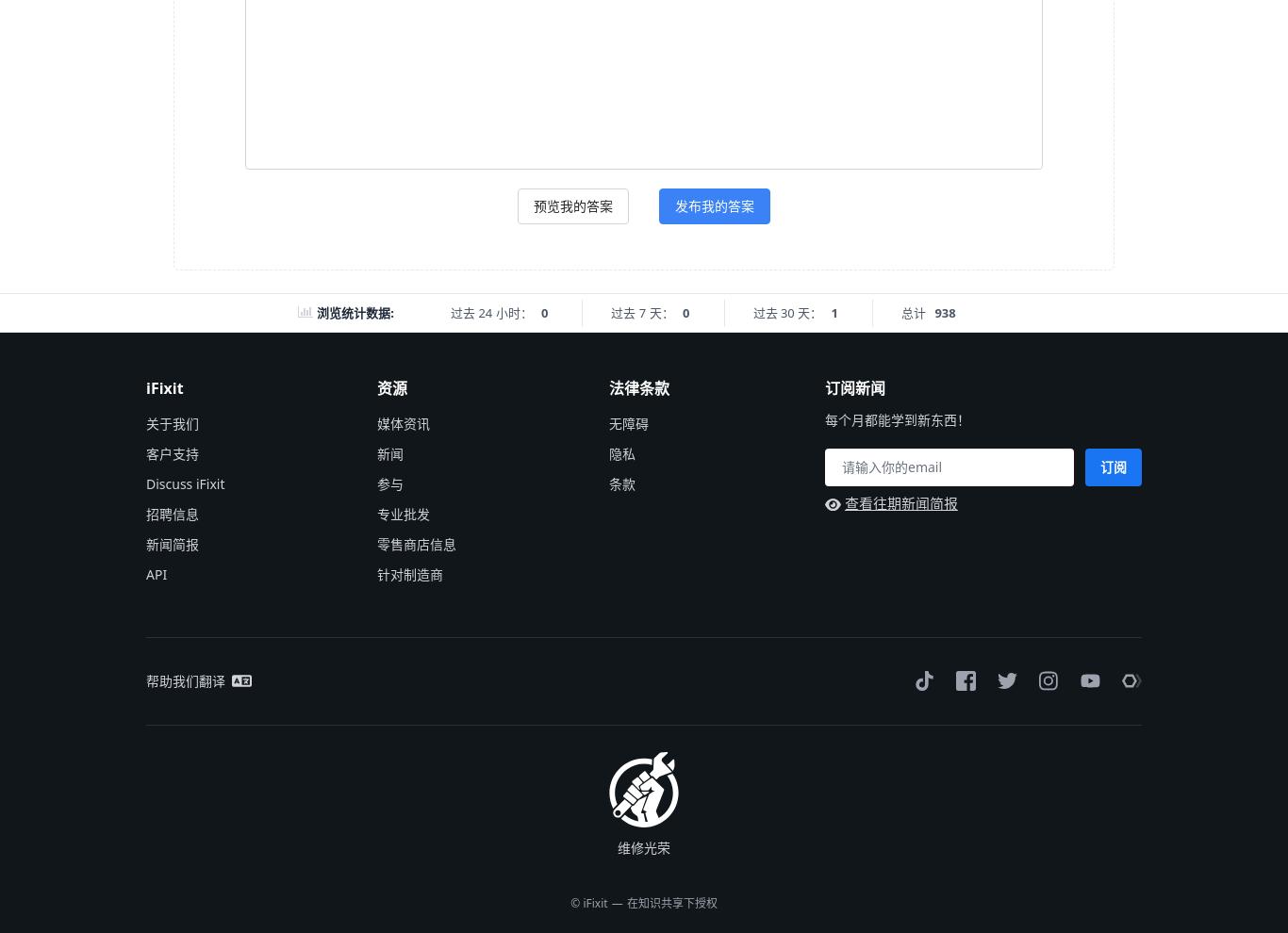 This screenshot has height=933, width=1288. Describe the element at coordinates (163, 386) in the screenshot. I see `'iFixit'` at that location.